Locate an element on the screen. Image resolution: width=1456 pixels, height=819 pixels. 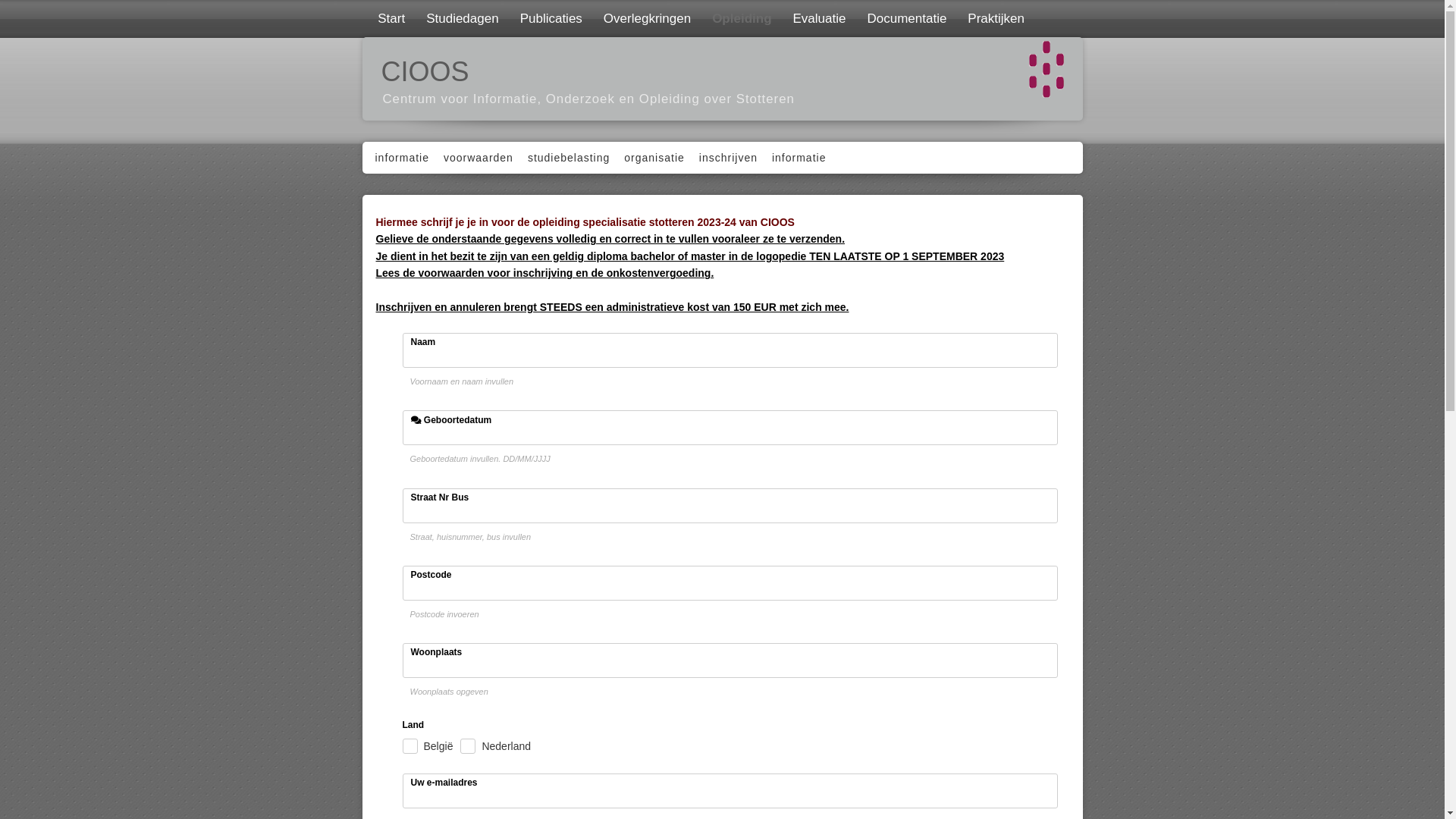
'organisatie' is located at coordinates (652, 158).